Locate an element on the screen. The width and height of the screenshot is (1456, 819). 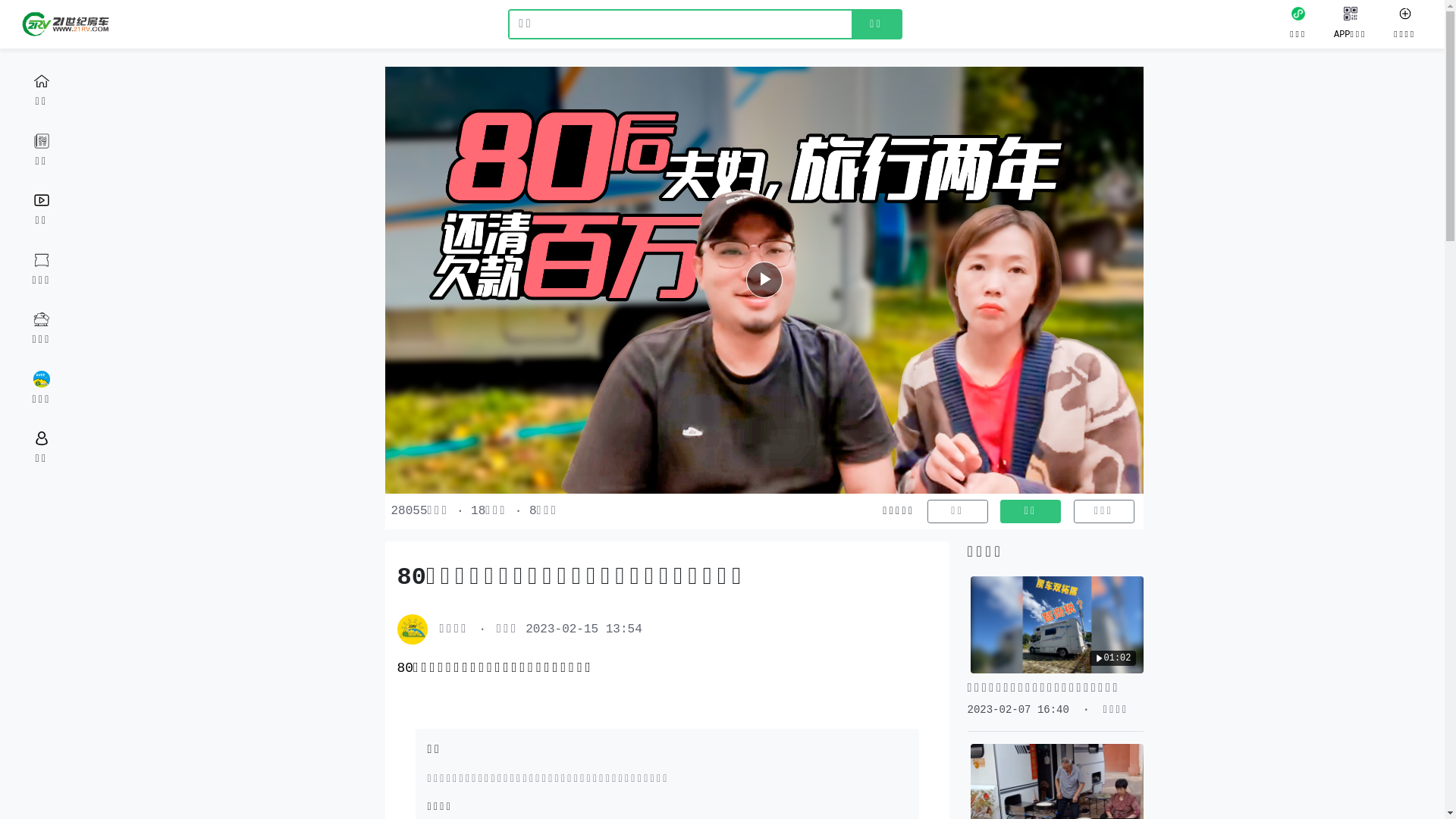
'Play Video' is located at coordinates (764, 280).